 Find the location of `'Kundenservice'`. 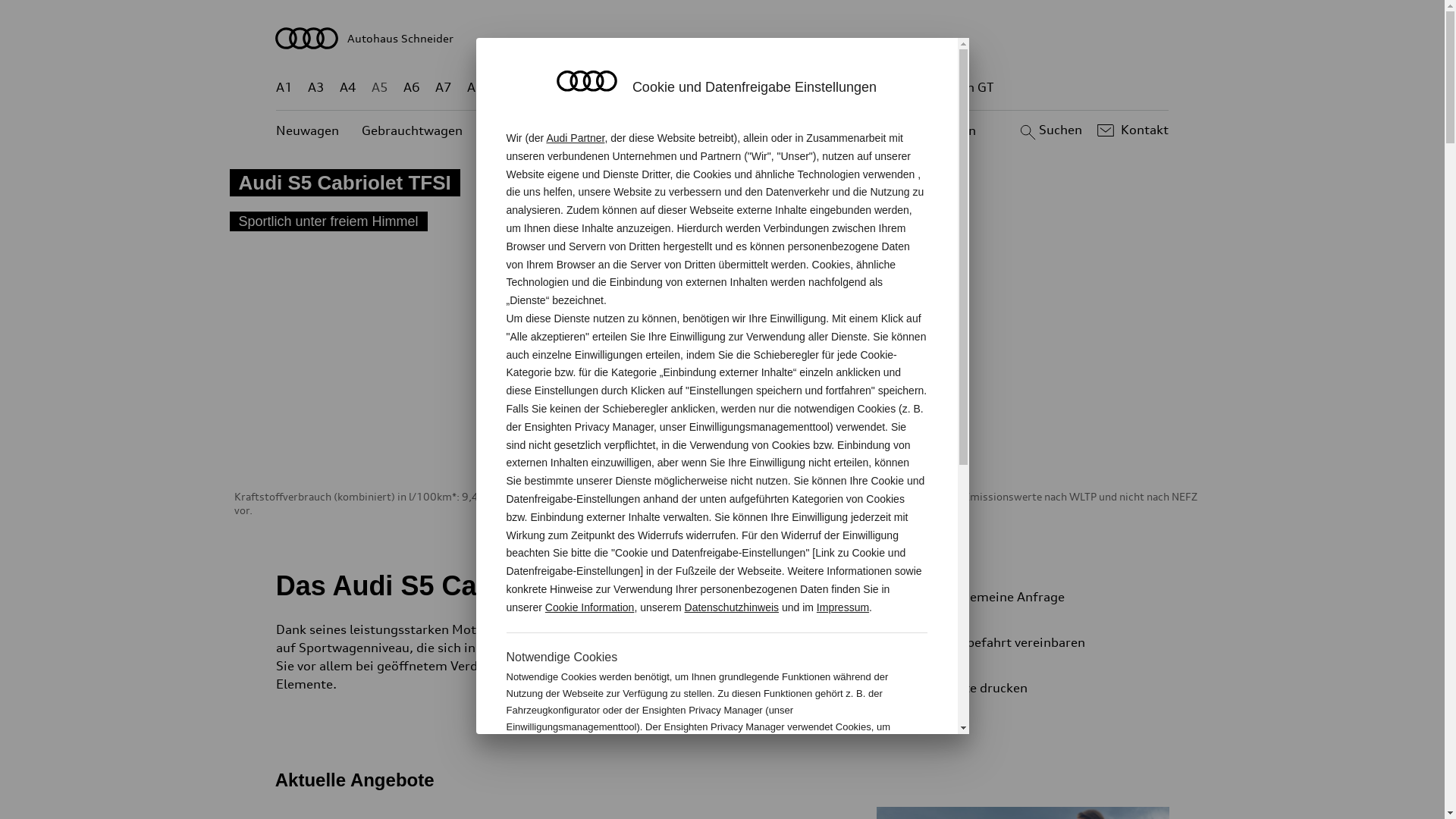

'Kundenservice' is located at coordinates (731, 130).